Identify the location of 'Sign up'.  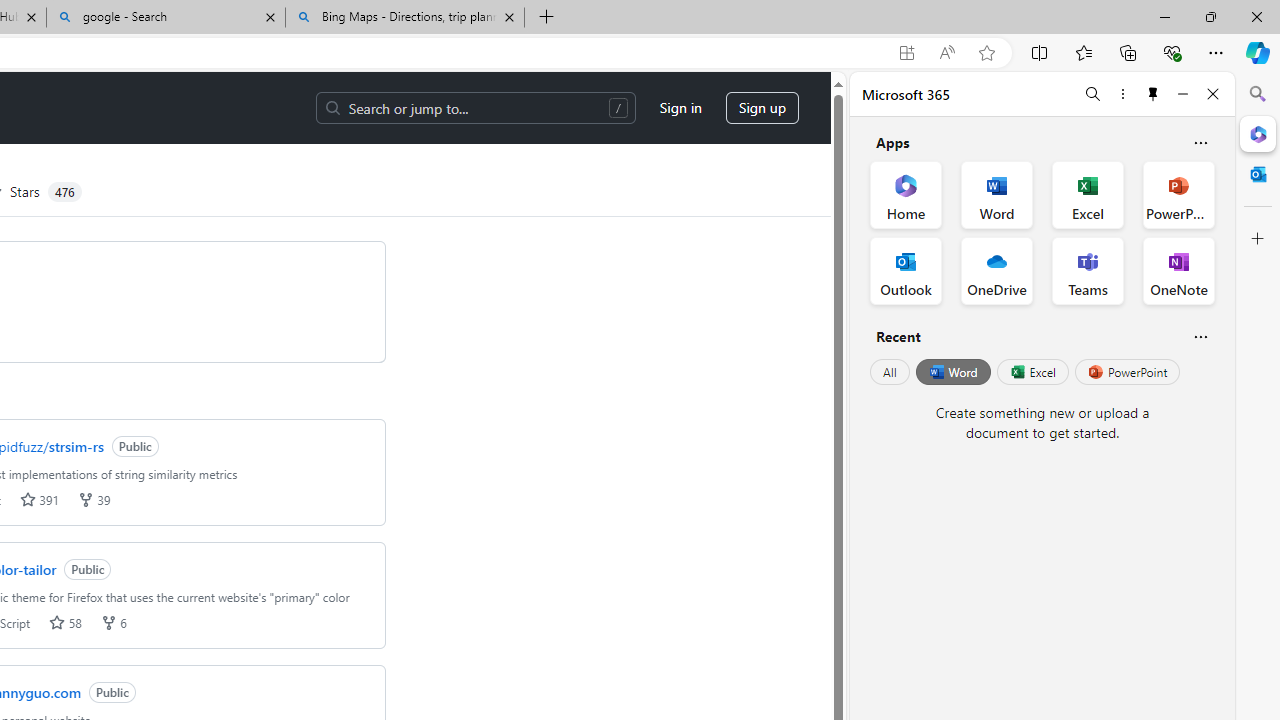
(761, 108).